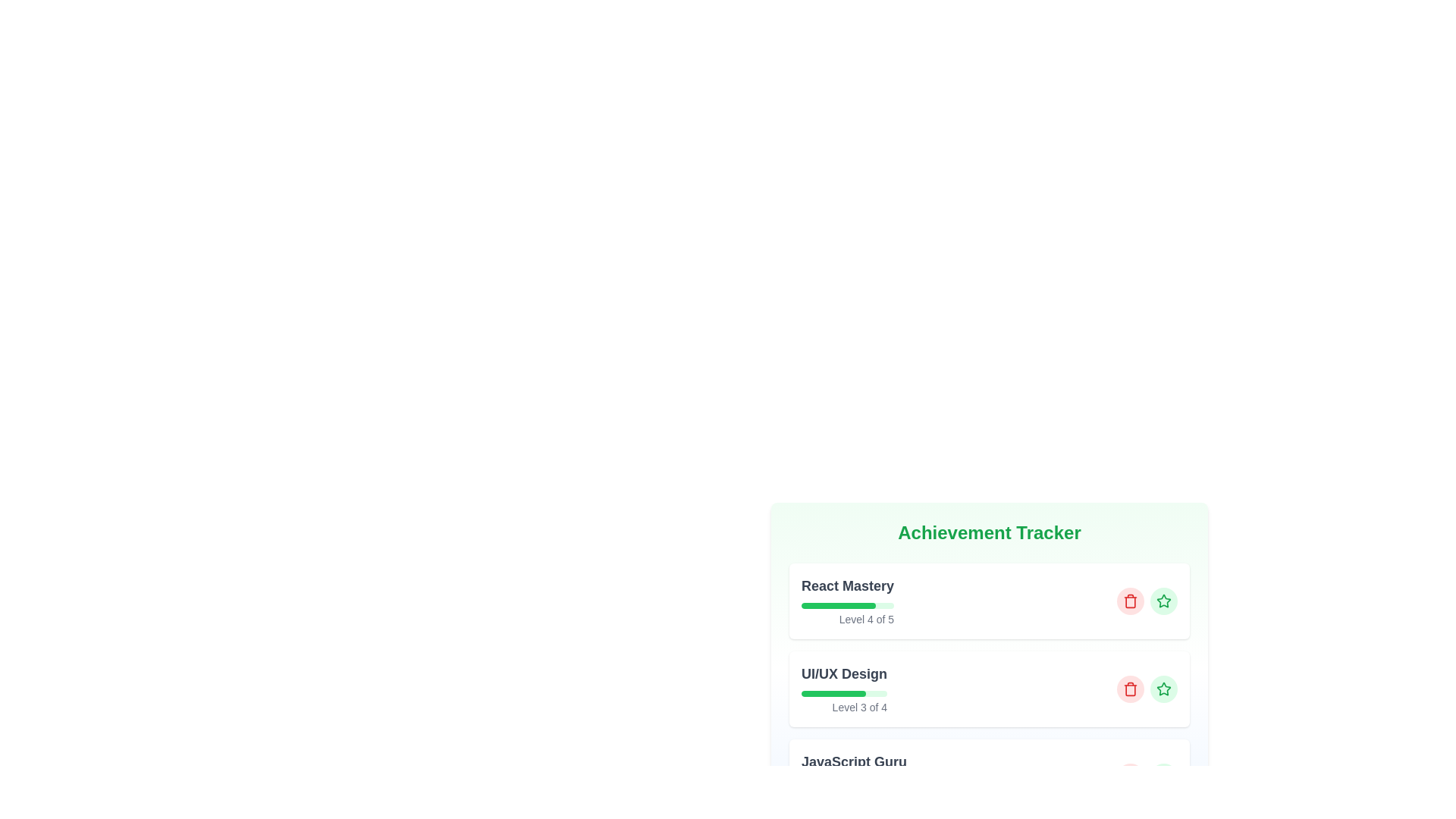  Describe the element at coordinates (990, 689) in the screenshot. I see `the second skill progress item 'UI/UX Design' in the Skill progress tracker row, which contains a progress bar and actionable buttons, located in the Achievement Tracker section` at that location.